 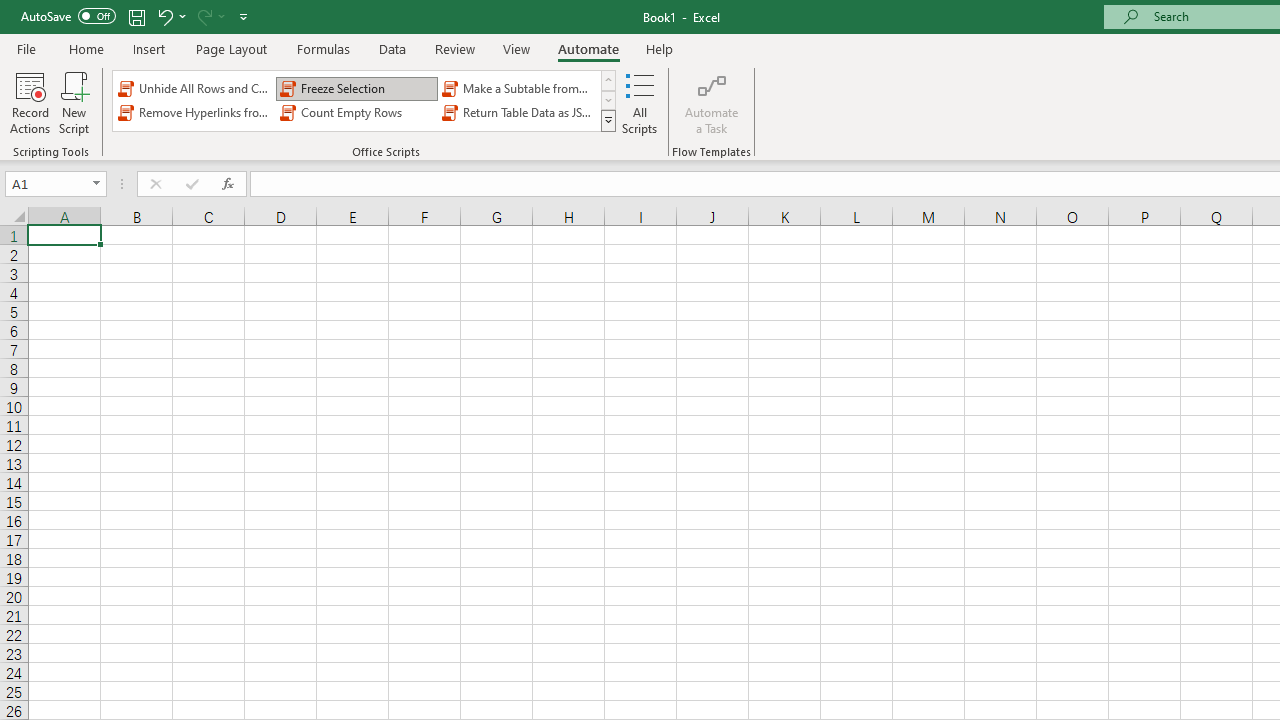 I want to click on 'Count Empty Rows', so click(x=357, y=113).